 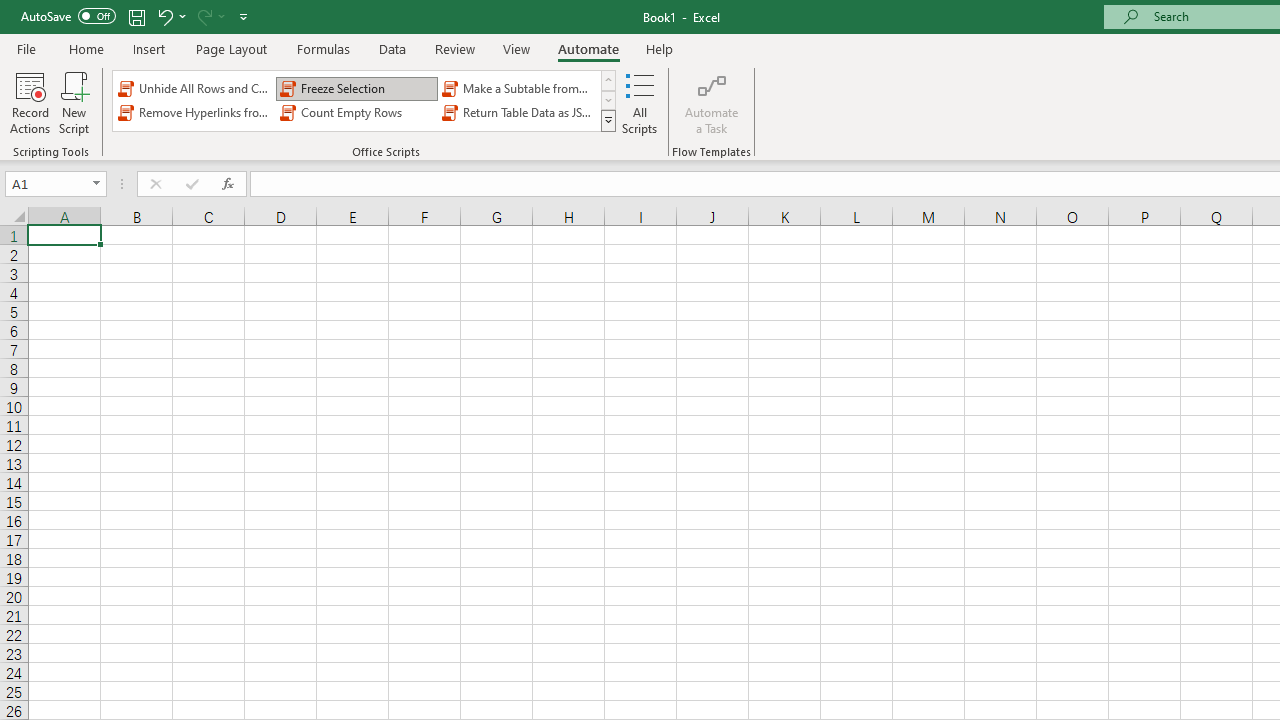 I want to click on 'Count Empty Rows', so click(x=357, y=113).